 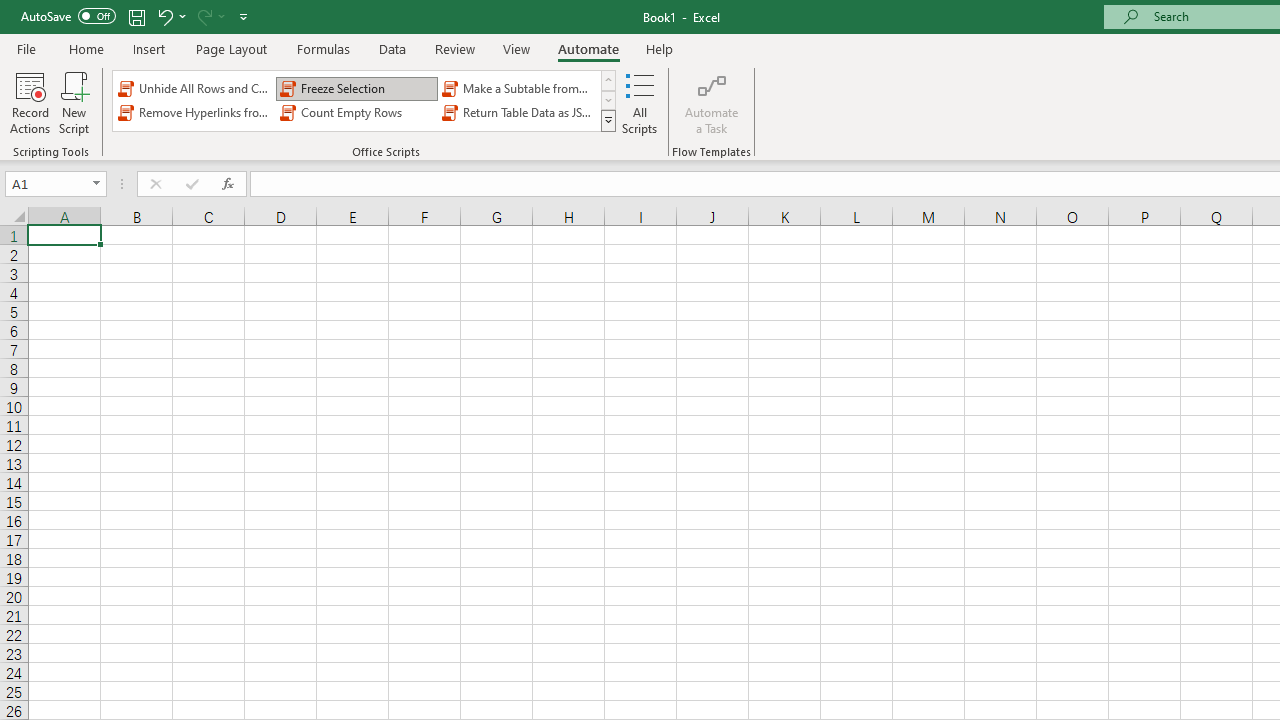 I want to click on 'Count Empty Rows', so click(x=357, y=113).